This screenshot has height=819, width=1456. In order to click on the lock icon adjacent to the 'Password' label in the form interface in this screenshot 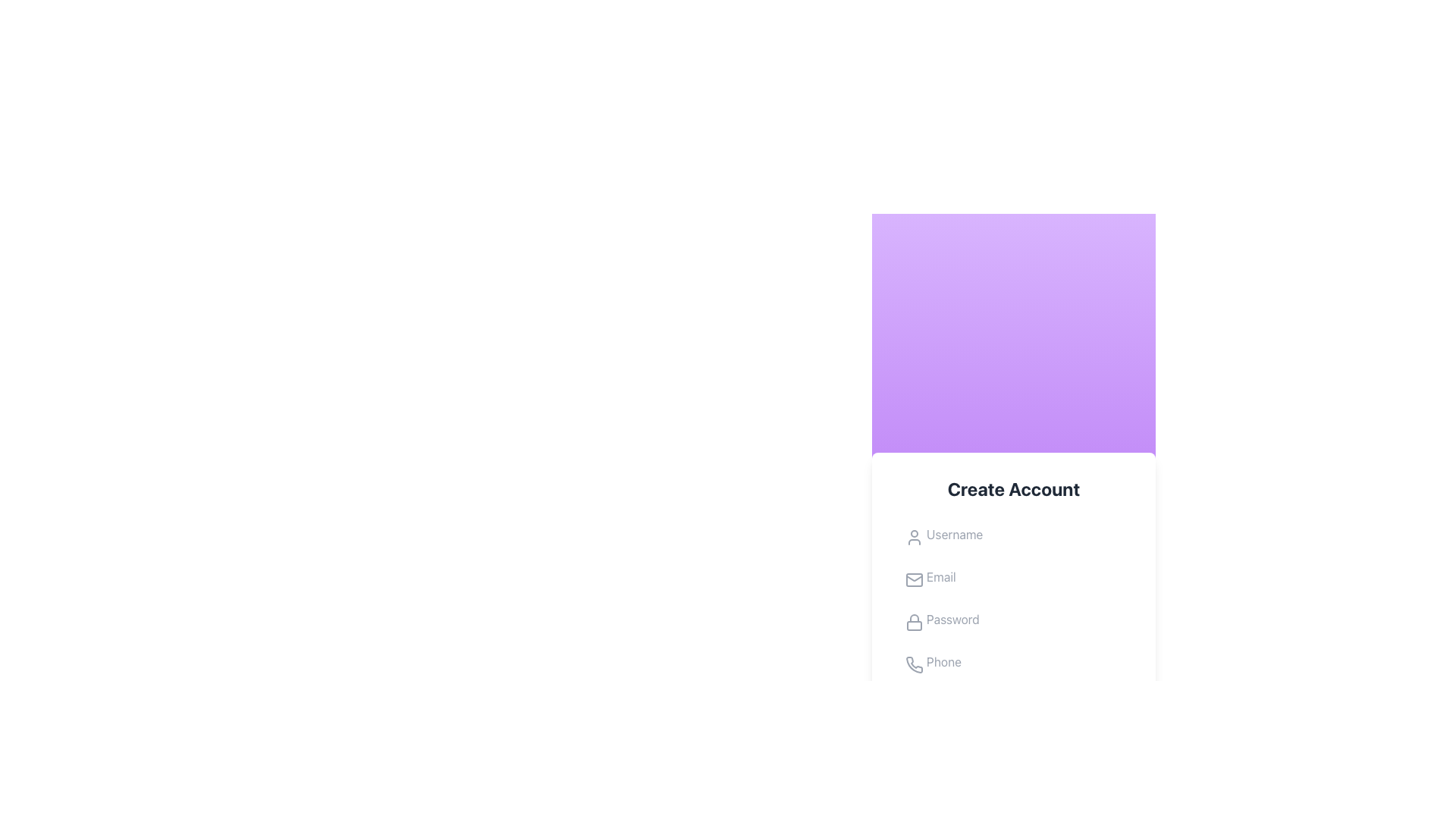, I will do `click(913, 618)`.